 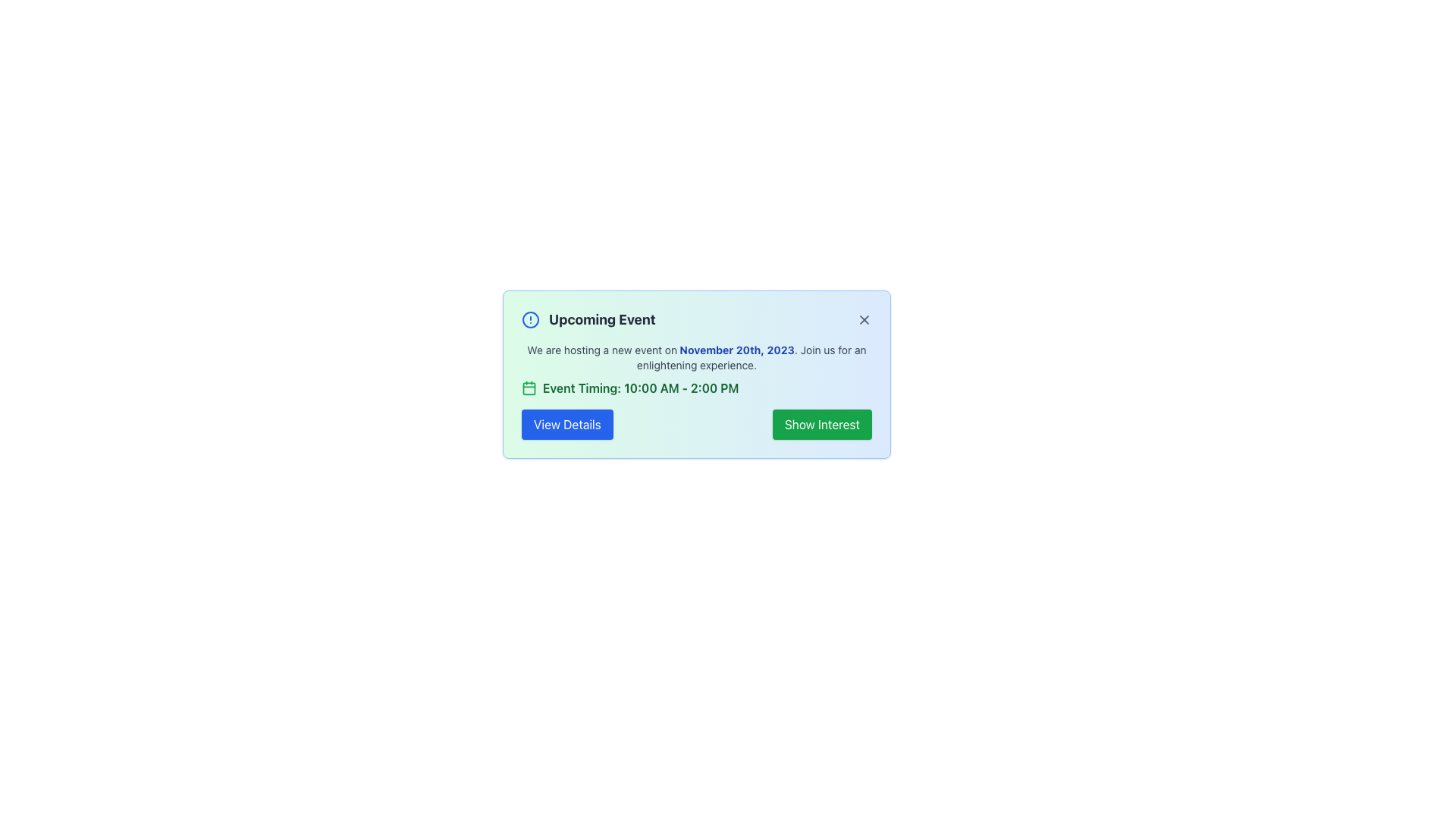 I want to click on the alert icon styled with a circle and exclamation mark, located to the left of the 'Upcoming Event' label, so click(x=531, y=318).